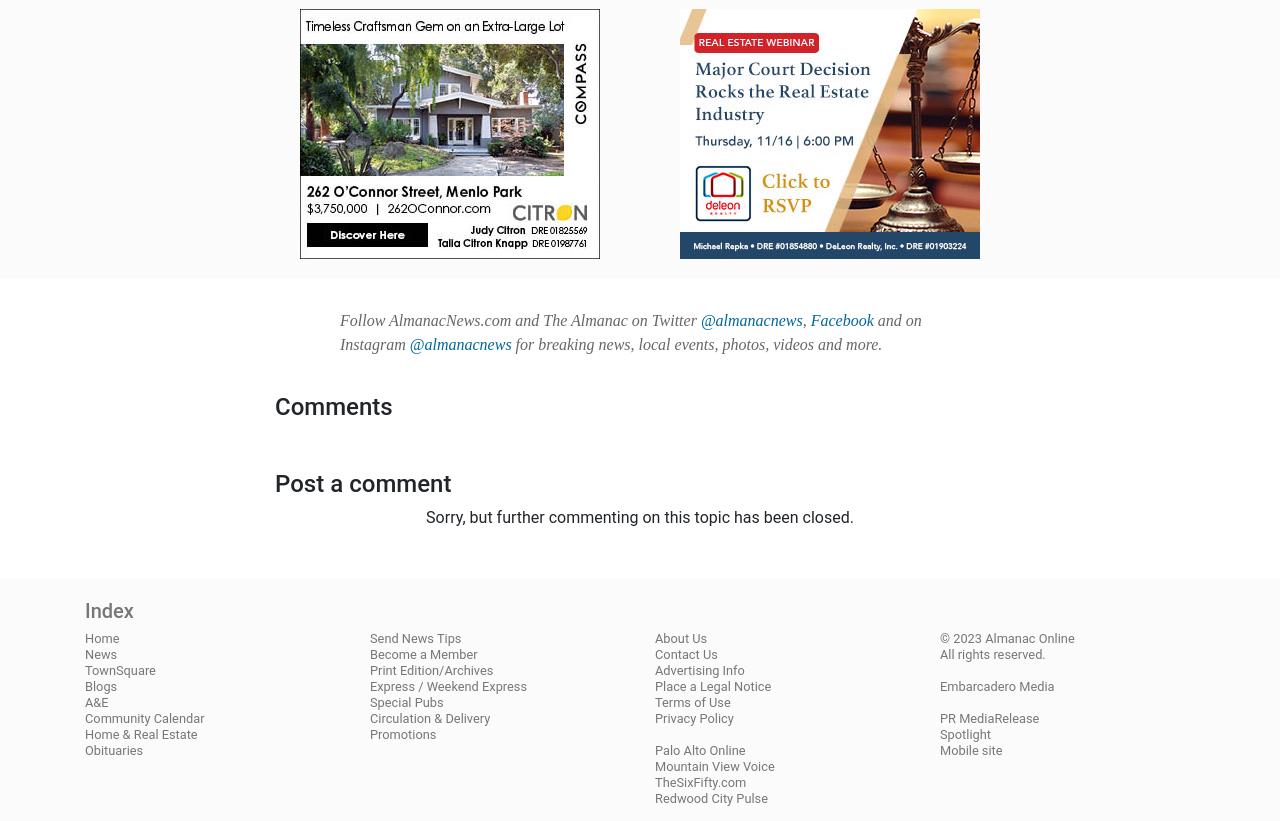  Describe the element at coordinates (939, 732) in the screenshot. I see `'Spotlight'` at that location.